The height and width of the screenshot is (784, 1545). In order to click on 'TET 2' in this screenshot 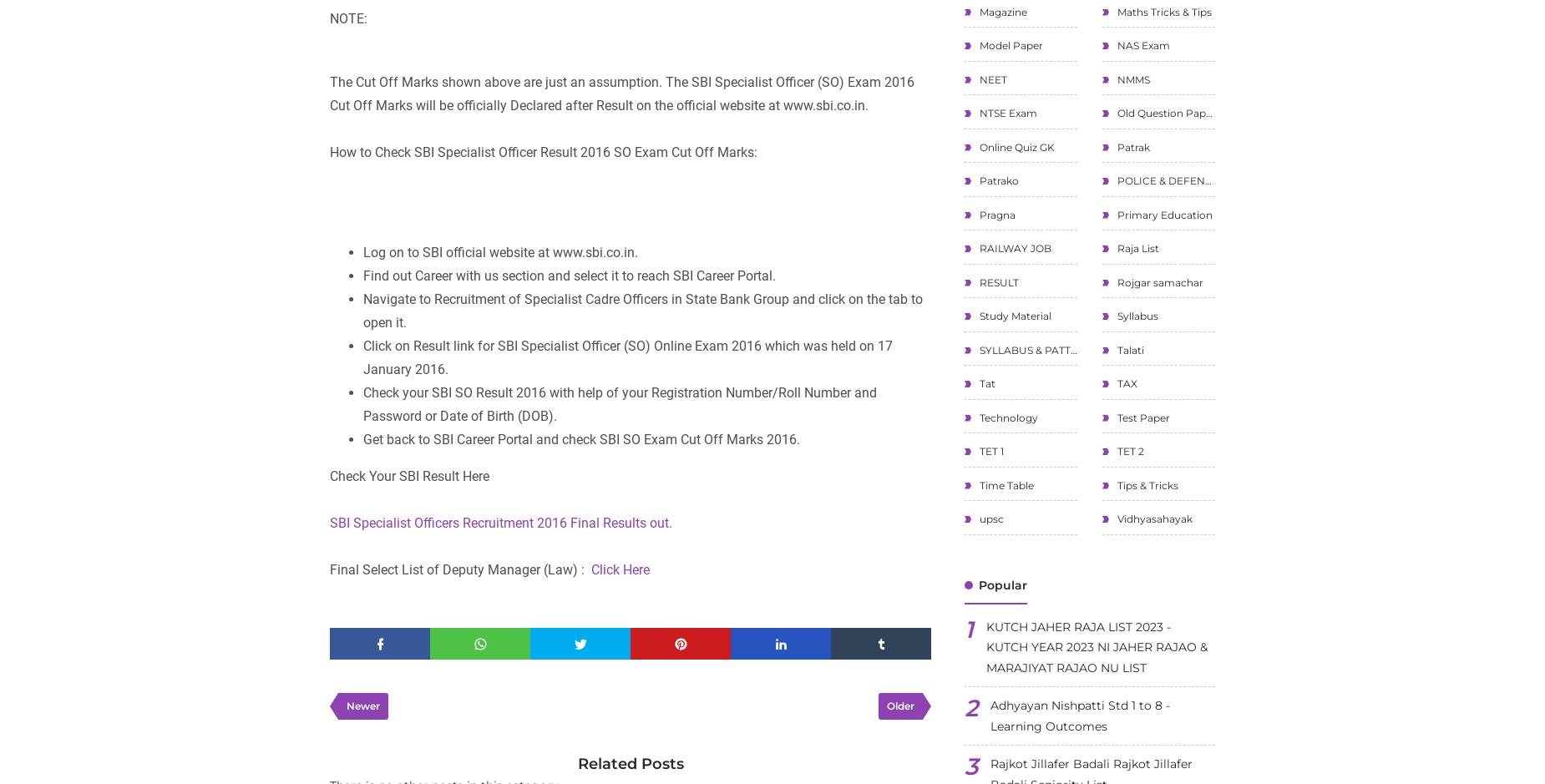, I will do `click(1128, 451)`.